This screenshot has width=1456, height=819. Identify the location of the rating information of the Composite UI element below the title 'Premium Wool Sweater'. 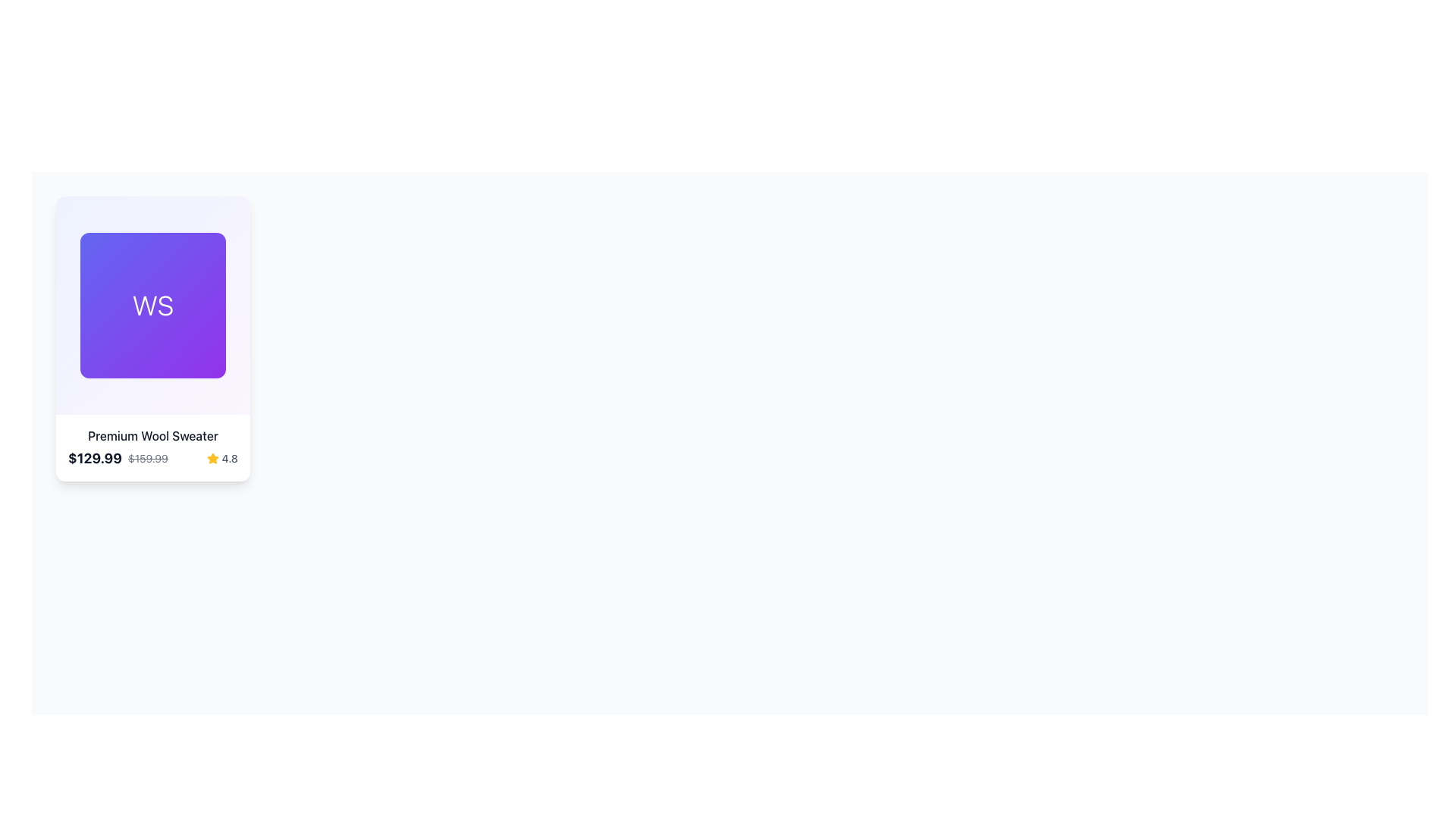
(152, 458).